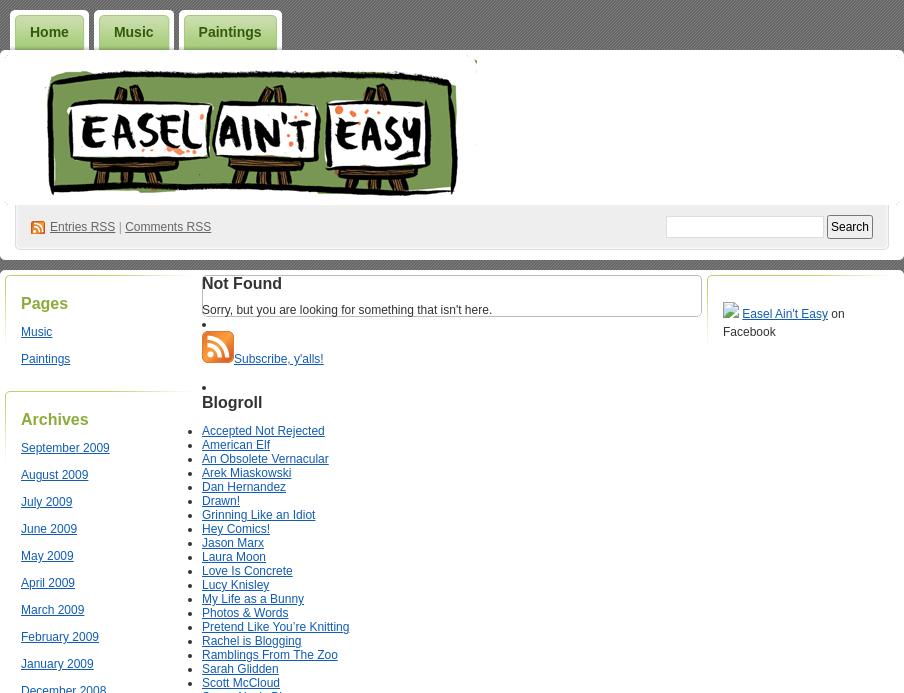 This screenshot has width=904, height=693. Describe the element at coordinates (19, 332) in the screenshot. I see `'Music'` at that location.